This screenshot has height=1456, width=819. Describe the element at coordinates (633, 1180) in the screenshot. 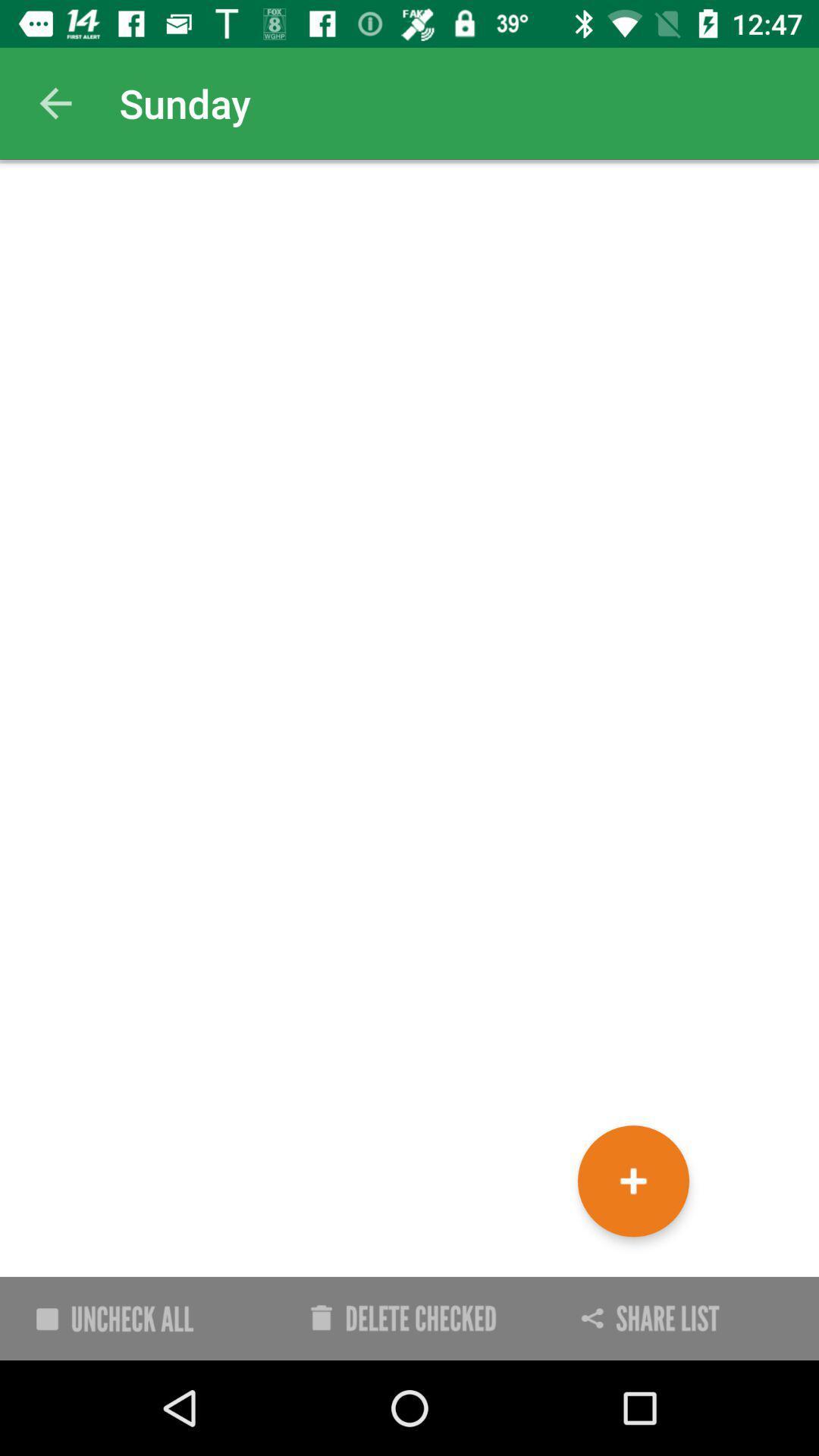

I see `the add icon` at that location.